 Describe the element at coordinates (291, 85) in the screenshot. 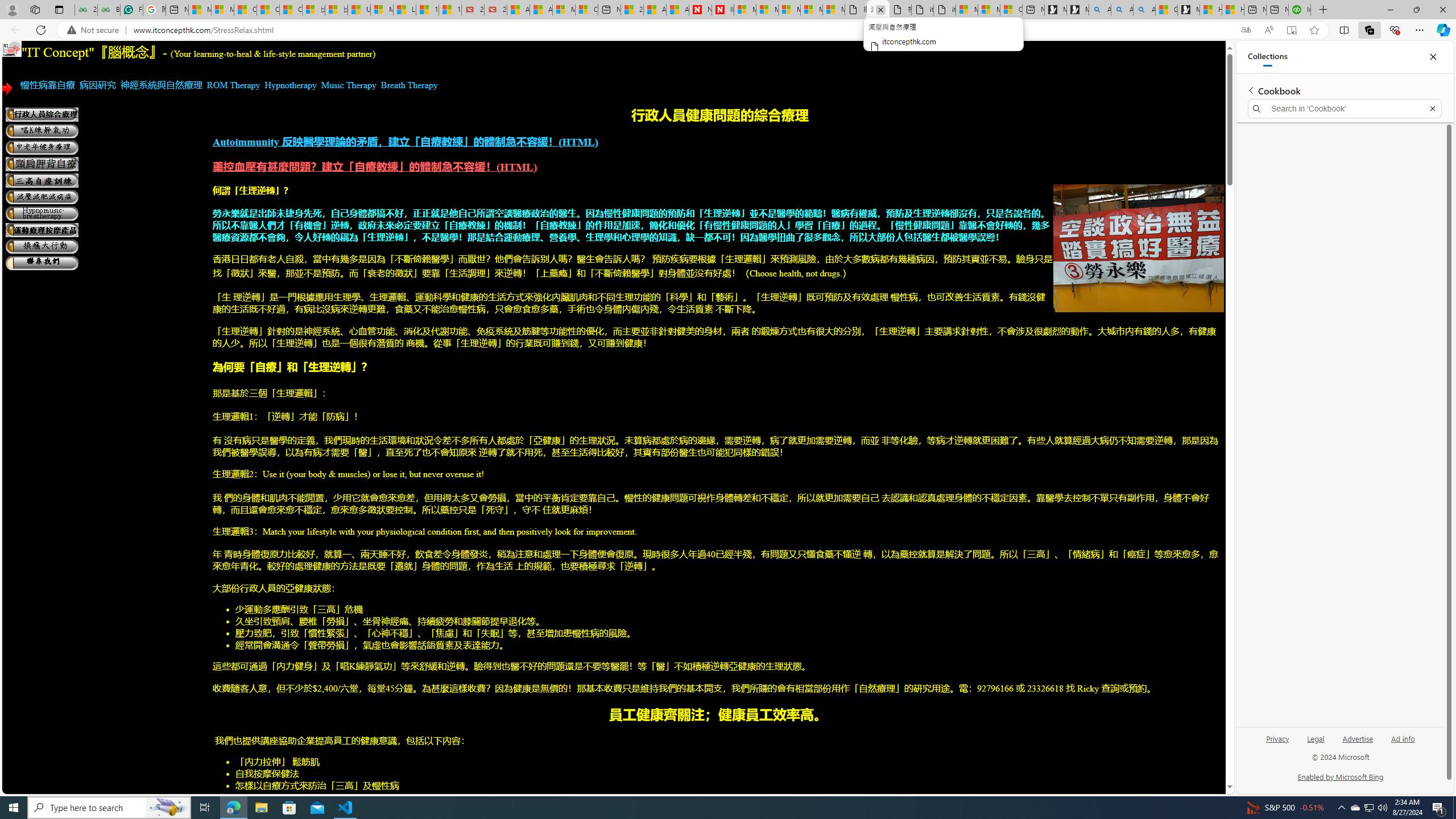

I see `'Hypnotherapy'` at that location.